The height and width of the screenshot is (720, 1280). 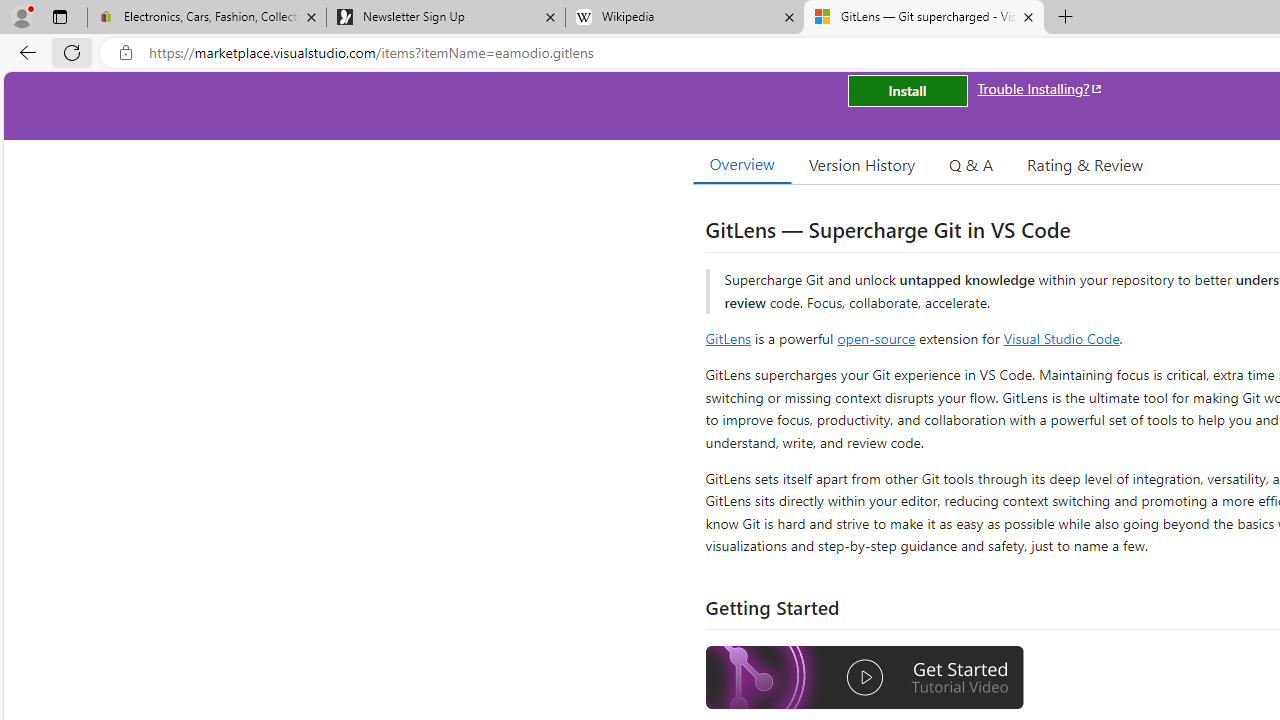 What do you see at coordinates (1060, 337) in the screenshot?
I see `'Visual Studio Code'` at bounding box center [1060, 337].